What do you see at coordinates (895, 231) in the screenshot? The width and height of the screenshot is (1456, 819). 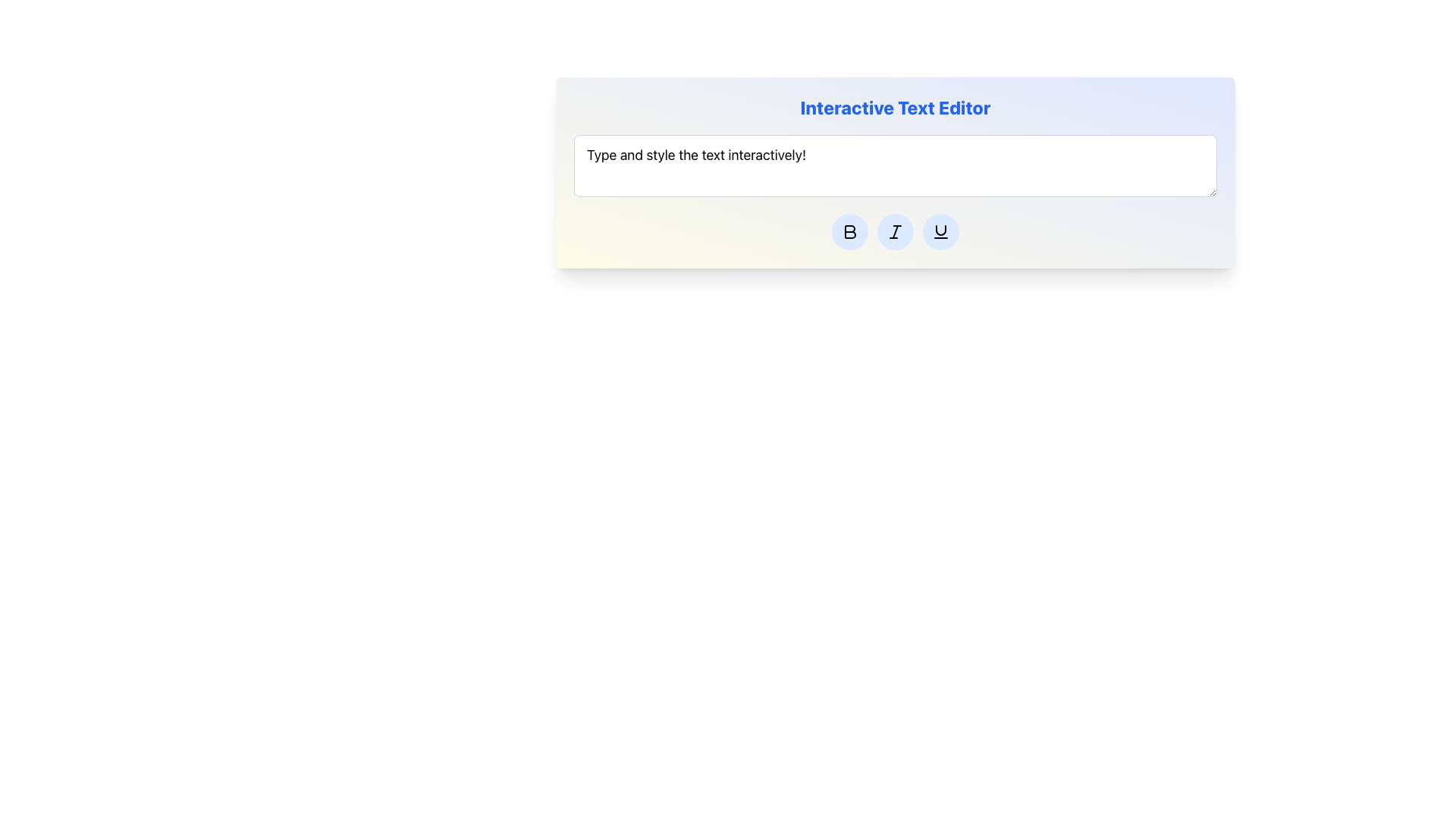 I see `the circular blue button with an italicized 'I' for Italic text formatting, located between the 'B' (bold) button and 'U' (underline) button` at bounding box center [895, 231].